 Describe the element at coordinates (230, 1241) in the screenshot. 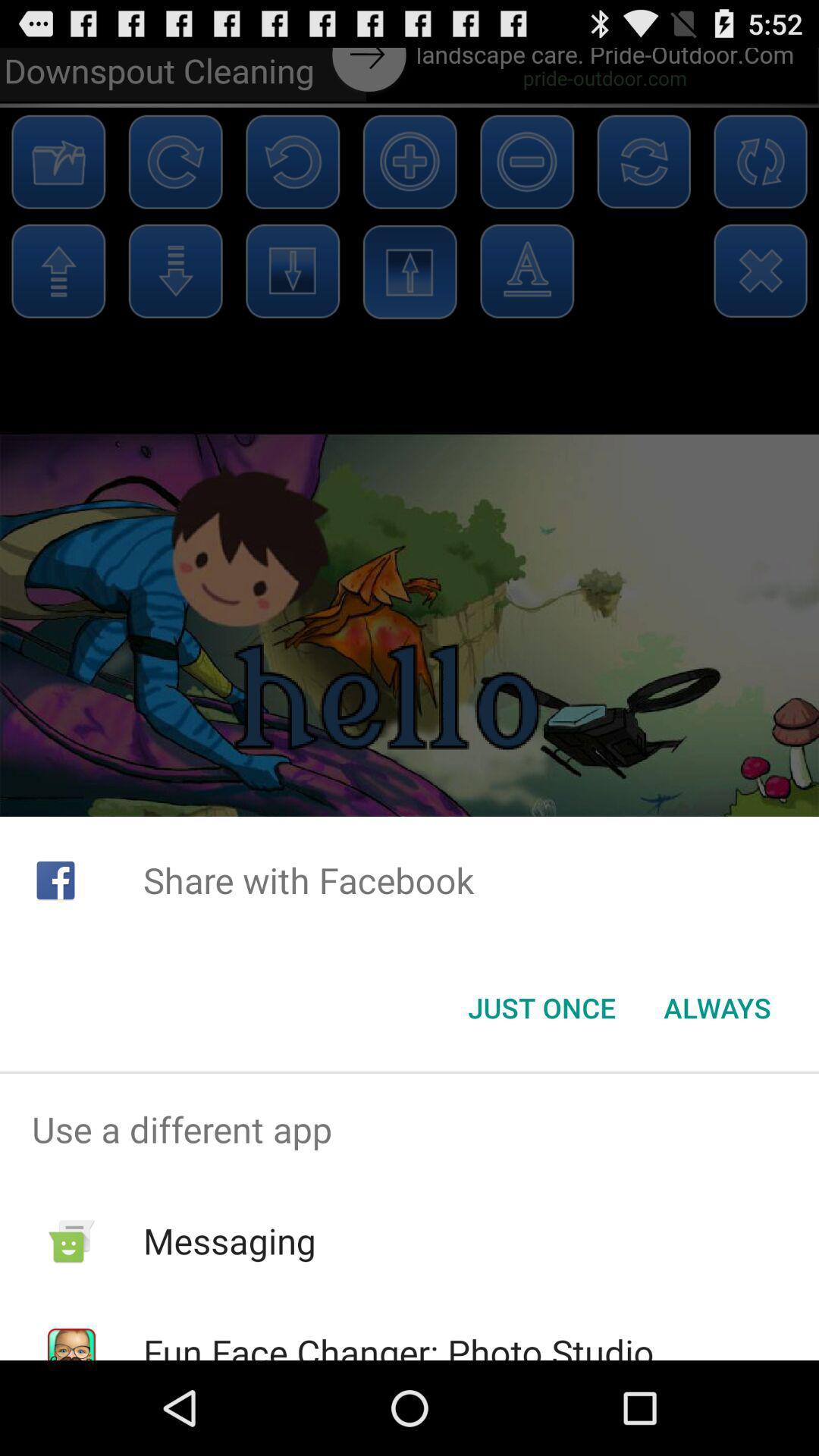

I see `icon below use a different item` at that location.